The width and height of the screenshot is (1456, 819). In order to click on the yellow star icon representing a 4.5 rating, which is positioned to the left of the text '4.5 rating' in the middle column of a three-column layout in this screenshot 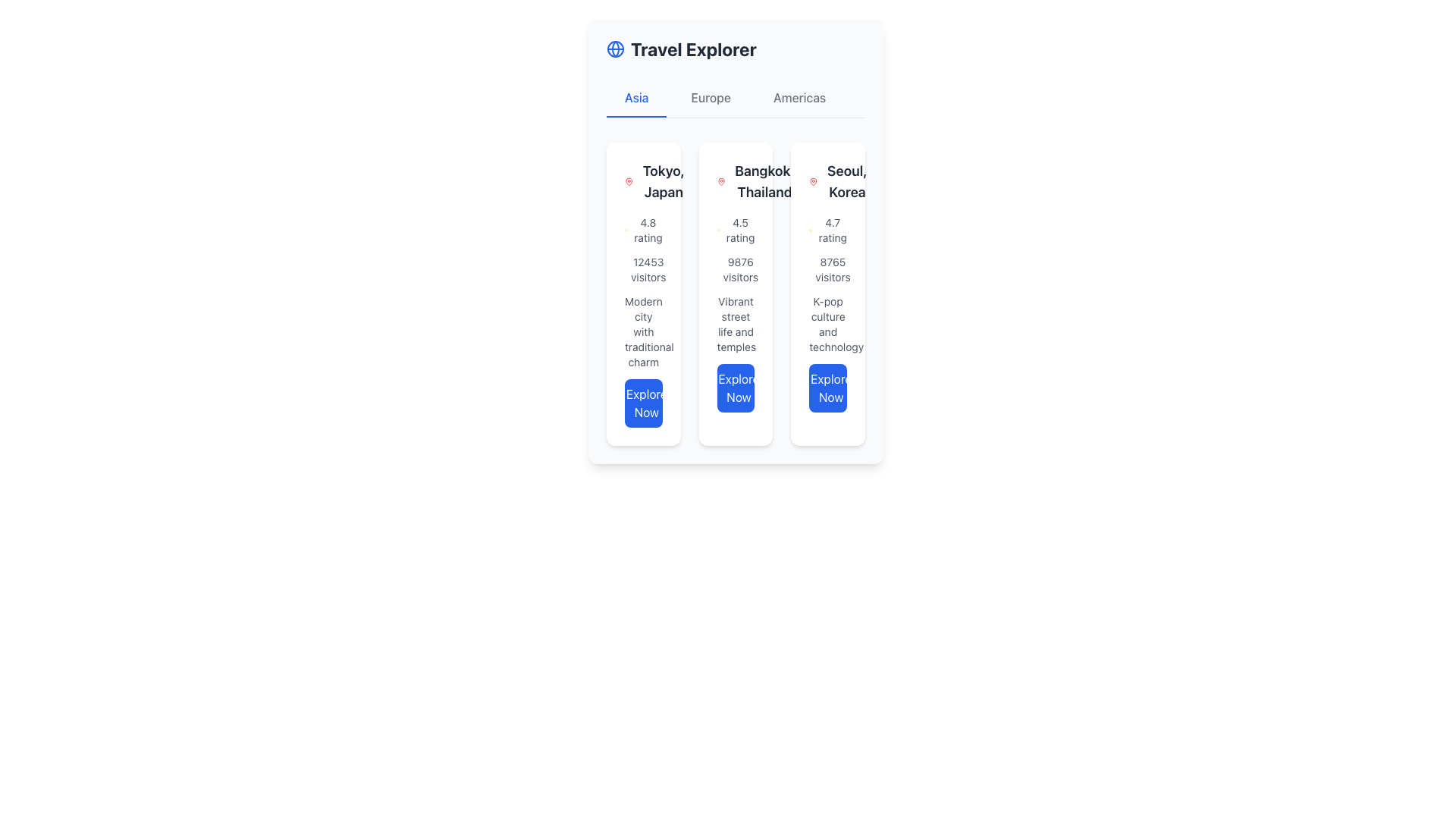, I will do `click(717, 231)`.